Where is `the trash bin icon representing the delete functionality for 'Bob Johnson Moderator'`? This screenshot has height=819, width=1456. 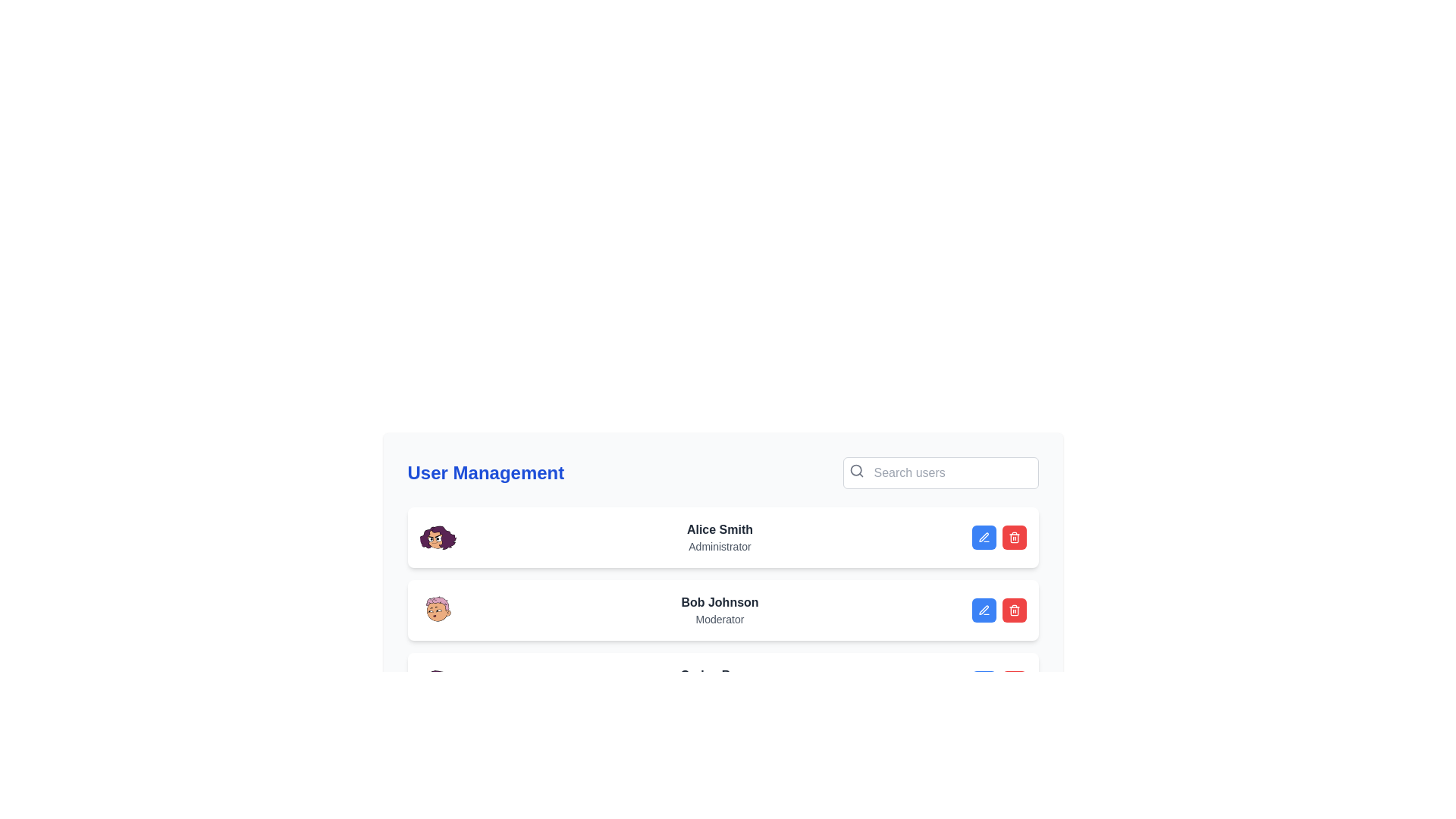 the trash bin icon representing the delete functionality for 'Bob Johnson Moderator' is located at coordinates (1014, 538).